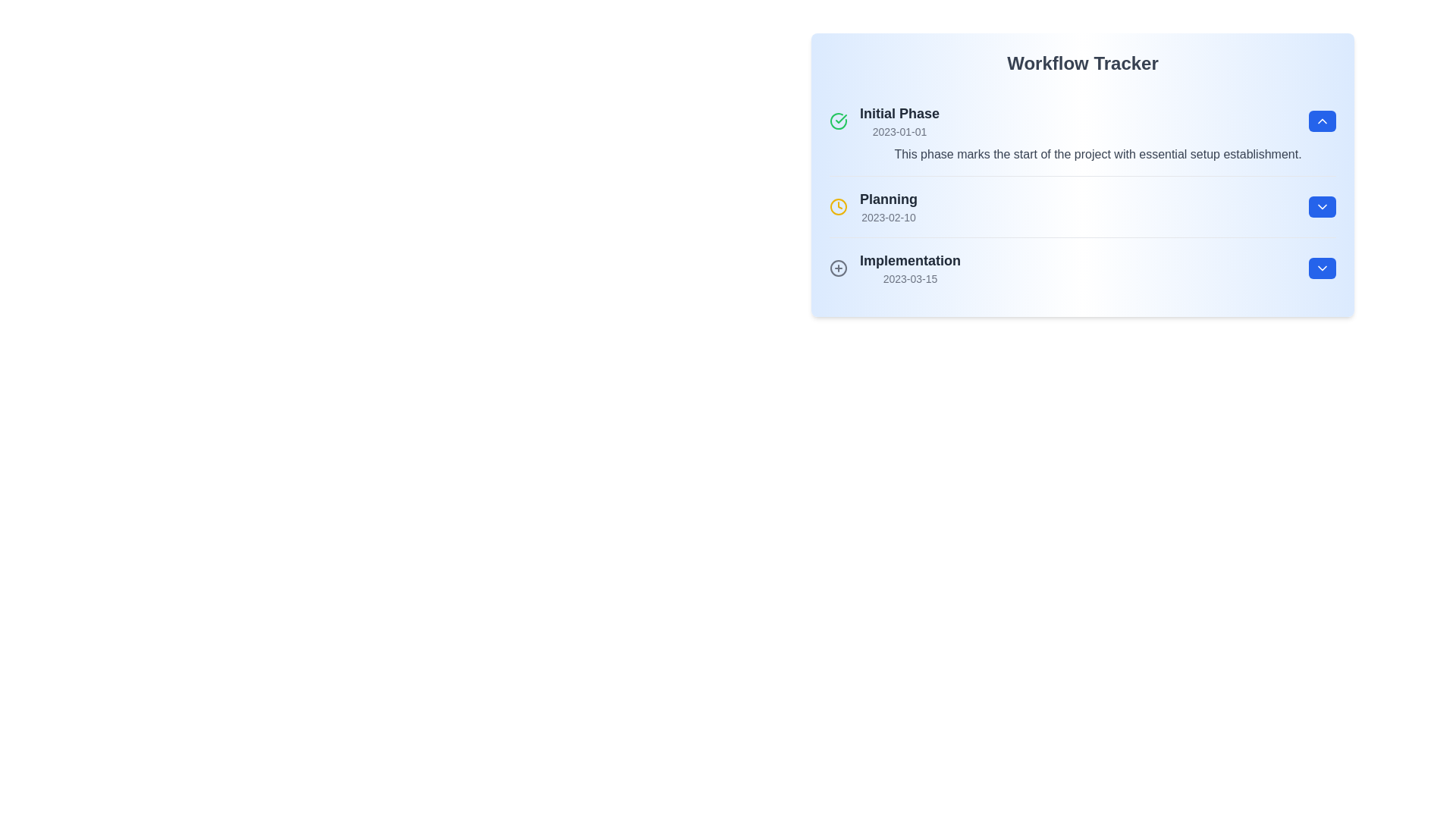 The width and height of the screenshot is (1456, 819). What do you see at coordinates (837, 268) in the screenshot?
I see `the circular '+' icon located to the left of the text 'Implementation 2023-03-15' in the workflow tracker` at bounding box center [837, 268].